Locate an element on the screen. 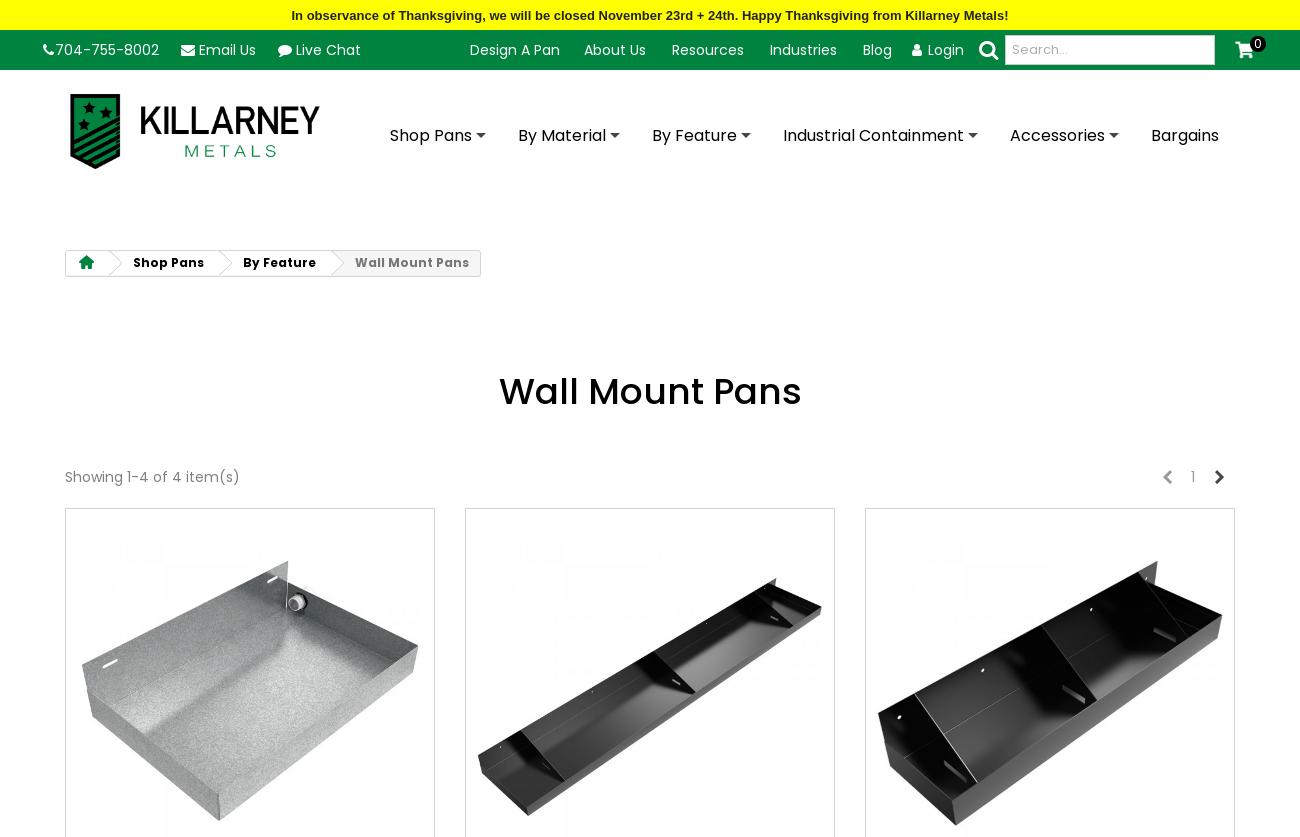  'Accessories' is located at coordinates (1057, 135).